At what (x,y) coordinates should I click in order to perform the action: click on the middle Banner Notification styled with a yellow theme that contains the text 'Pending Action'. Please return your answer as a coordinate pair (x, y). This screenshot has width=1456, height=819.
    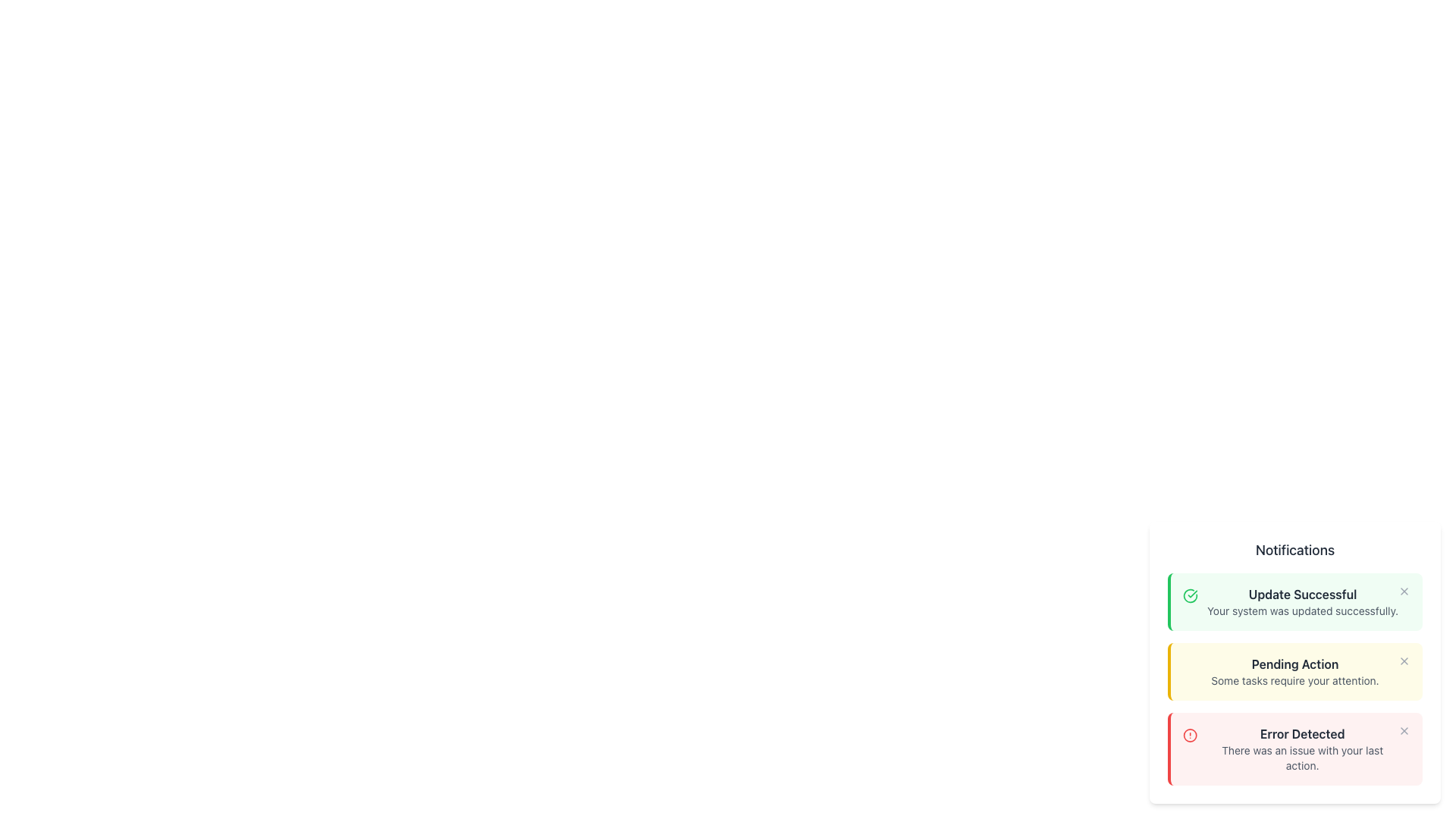
    Looking at the image, I should click on (1294, 671).